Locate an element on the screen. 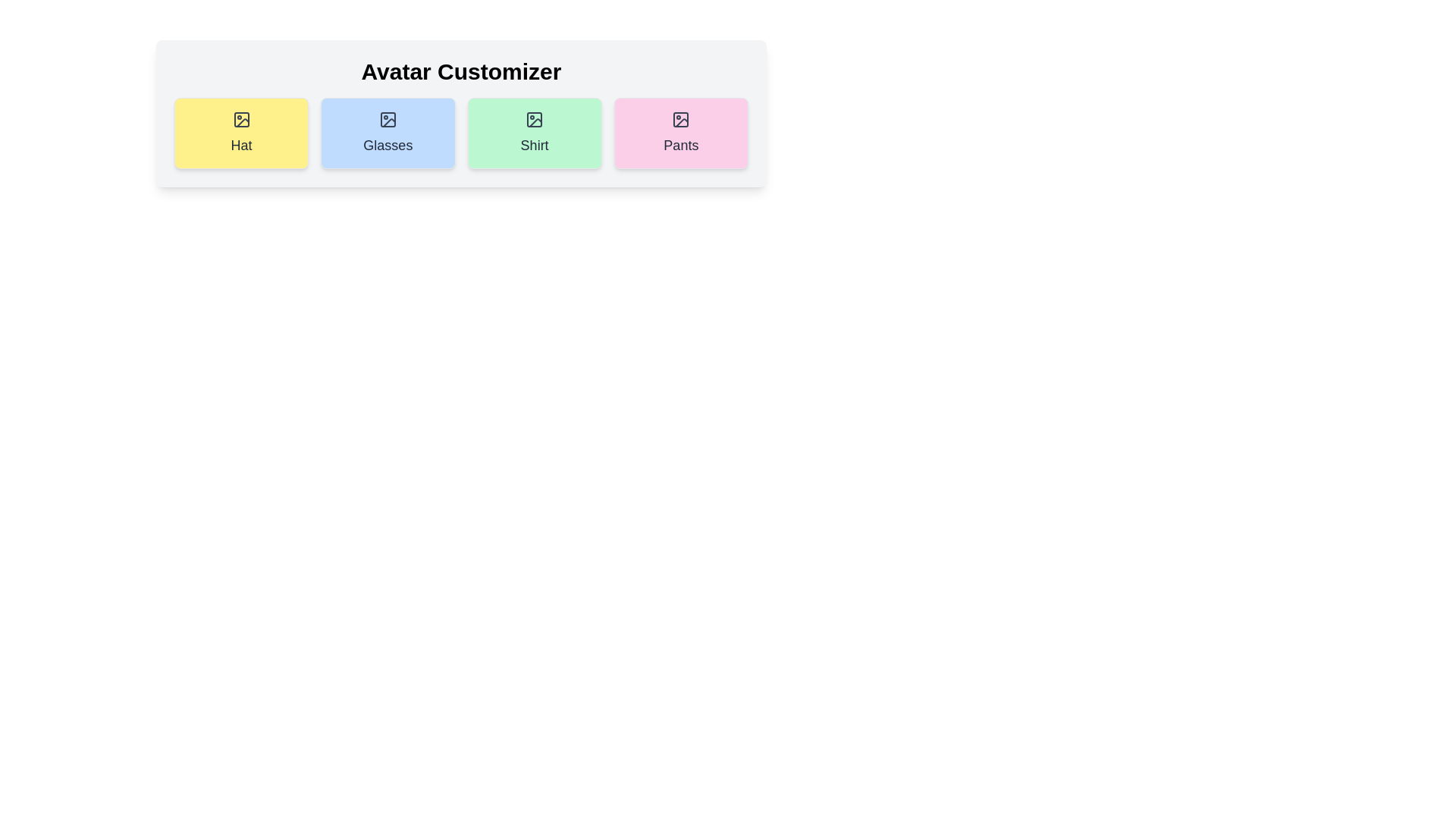 This screenshot has width=1456, height=819. the small rounded rectangle element situated inside the 'Hat' icon, which is the first icon in a horizontal list of four icons, highlighted by a yellow background is located at coordinates (240, 119).